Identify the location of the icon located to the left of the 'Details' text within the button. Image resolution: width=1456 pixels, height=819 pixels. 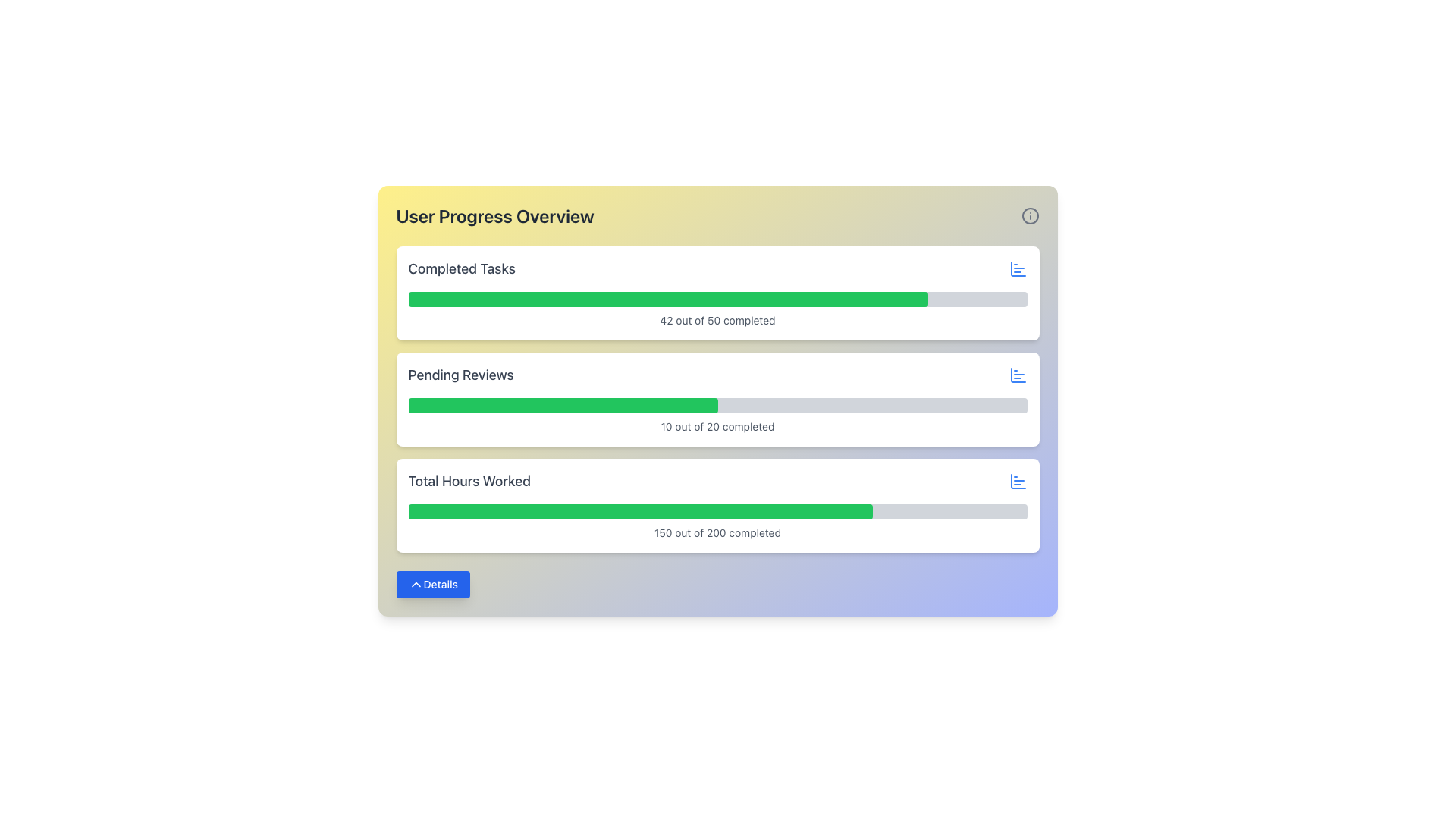
(416, 584).